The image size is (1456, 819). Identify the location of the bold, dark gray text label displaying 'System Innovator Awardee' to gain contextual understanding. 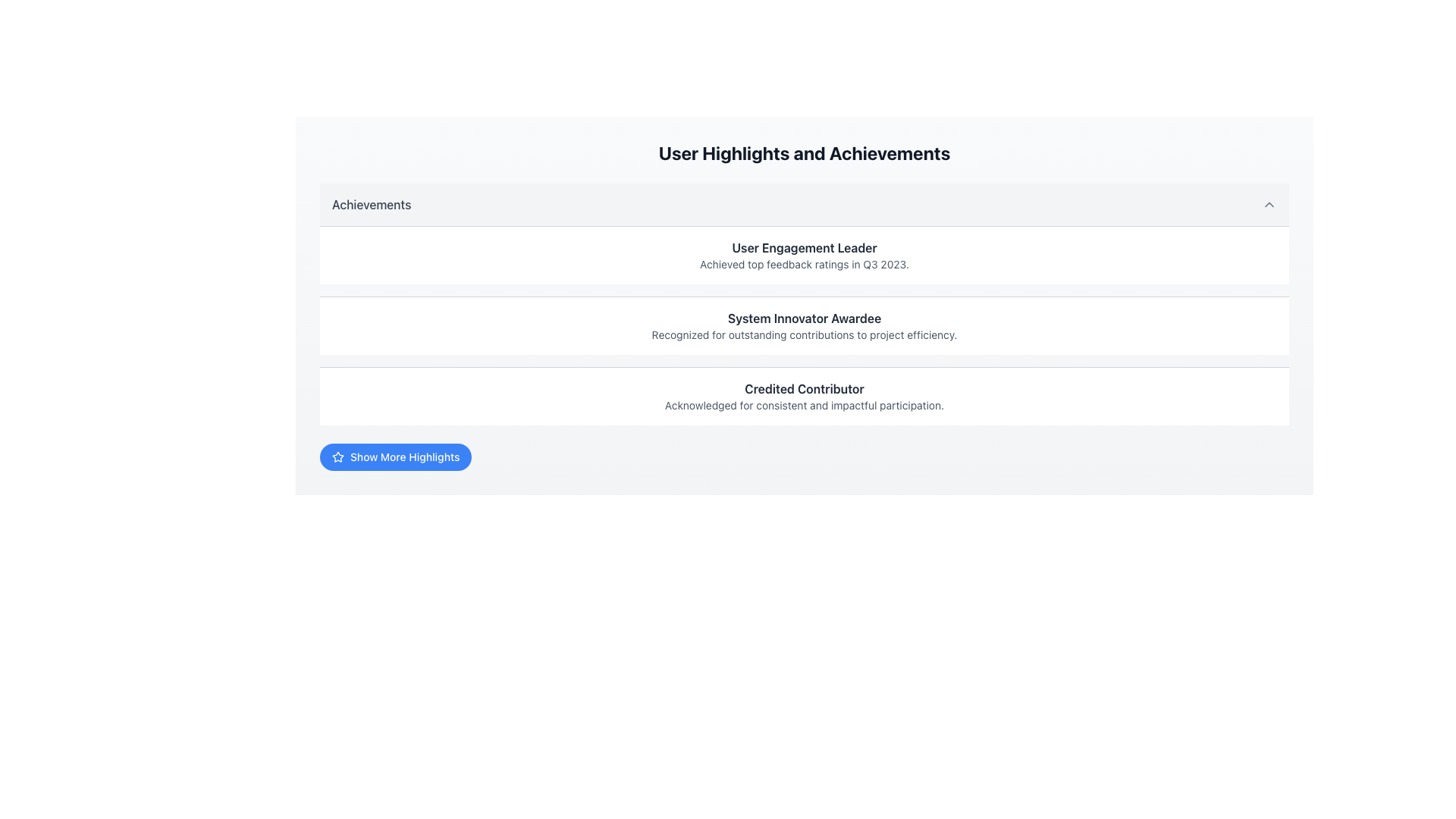
(803, 318).